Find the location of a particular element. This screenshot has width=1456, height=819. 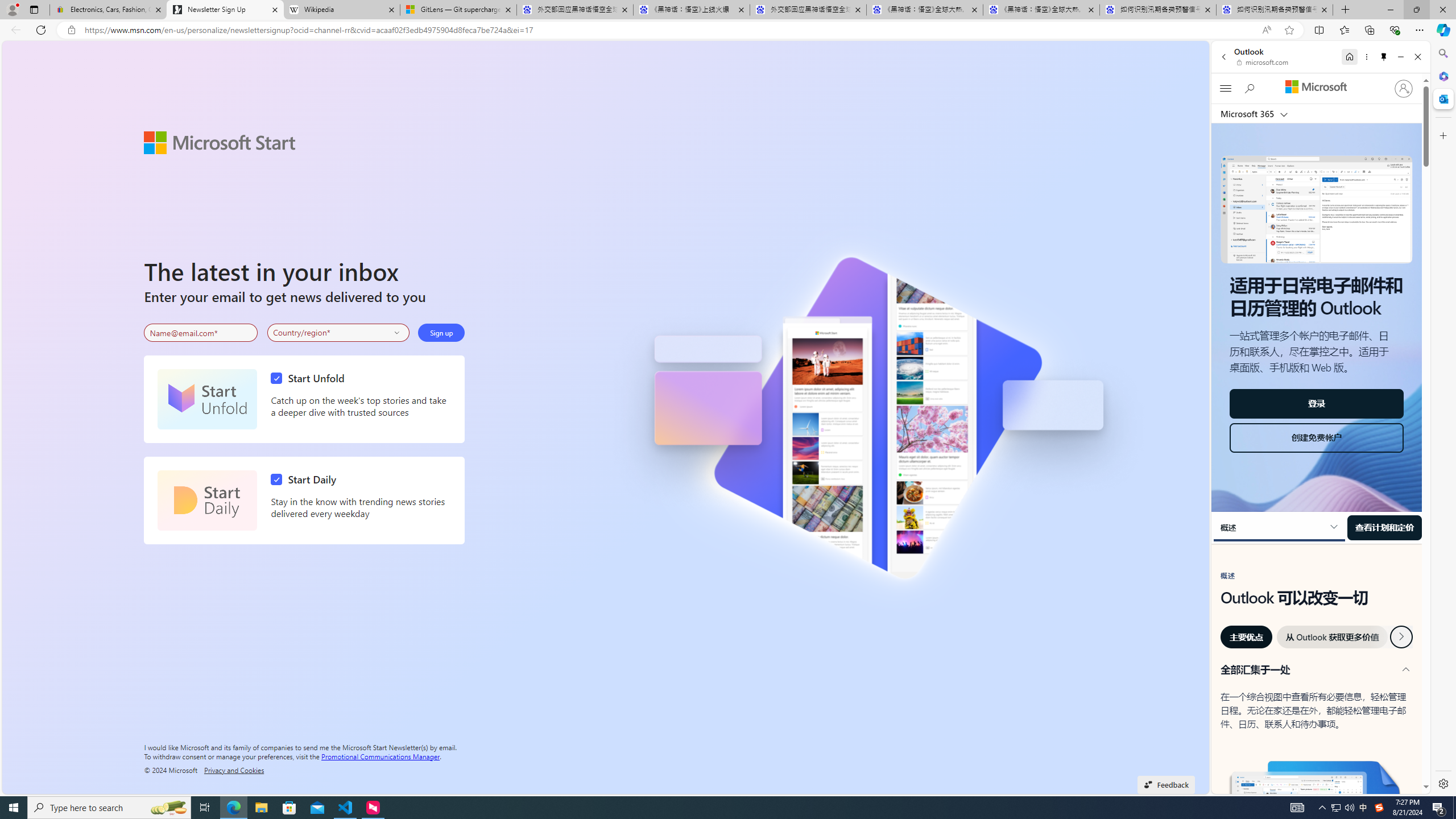

'View site information' is located at coordinates (71, 30).